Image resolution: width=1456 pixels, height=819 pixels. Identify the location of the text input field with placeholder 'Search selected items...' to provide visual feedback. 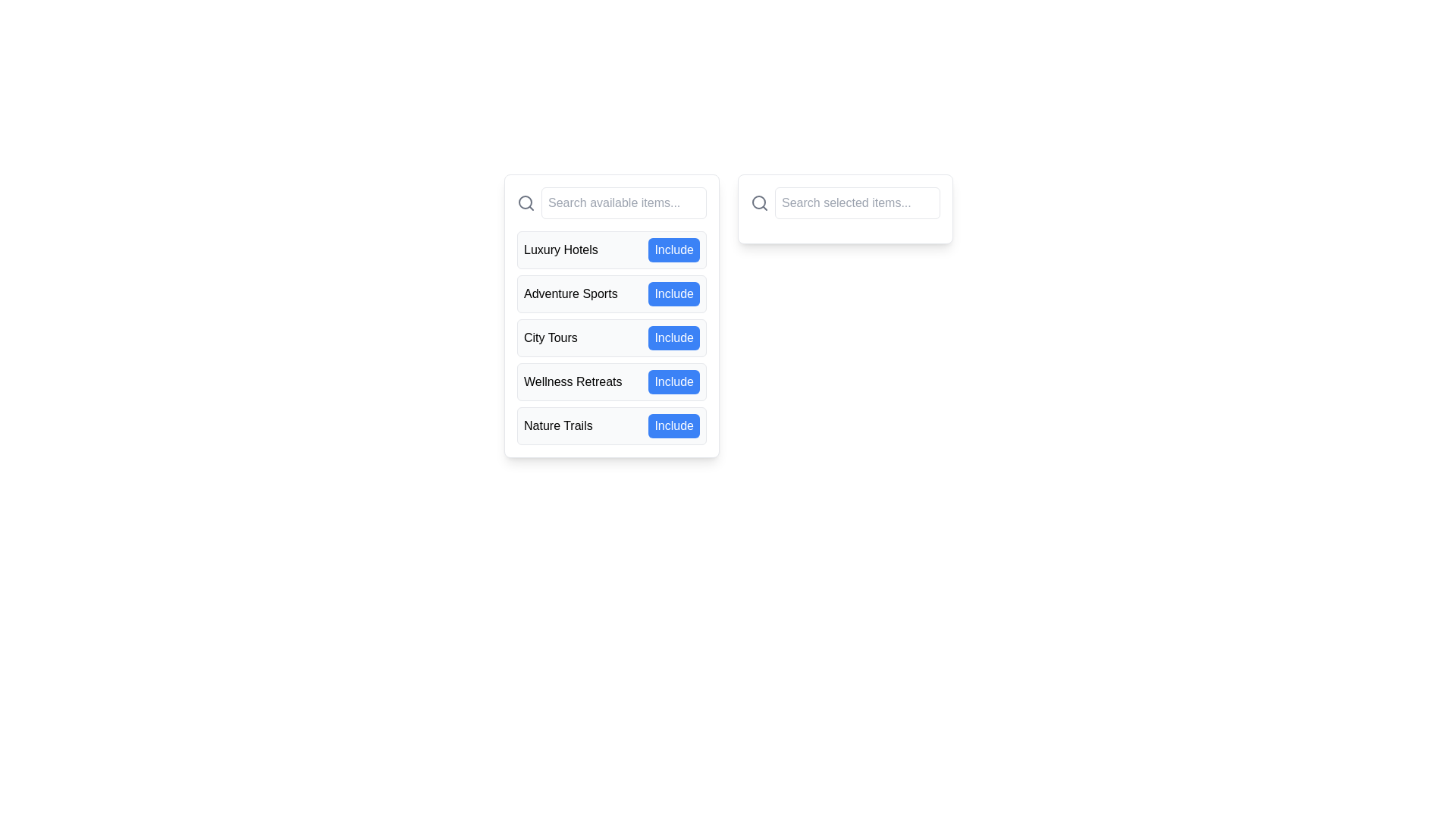
(858, 202).